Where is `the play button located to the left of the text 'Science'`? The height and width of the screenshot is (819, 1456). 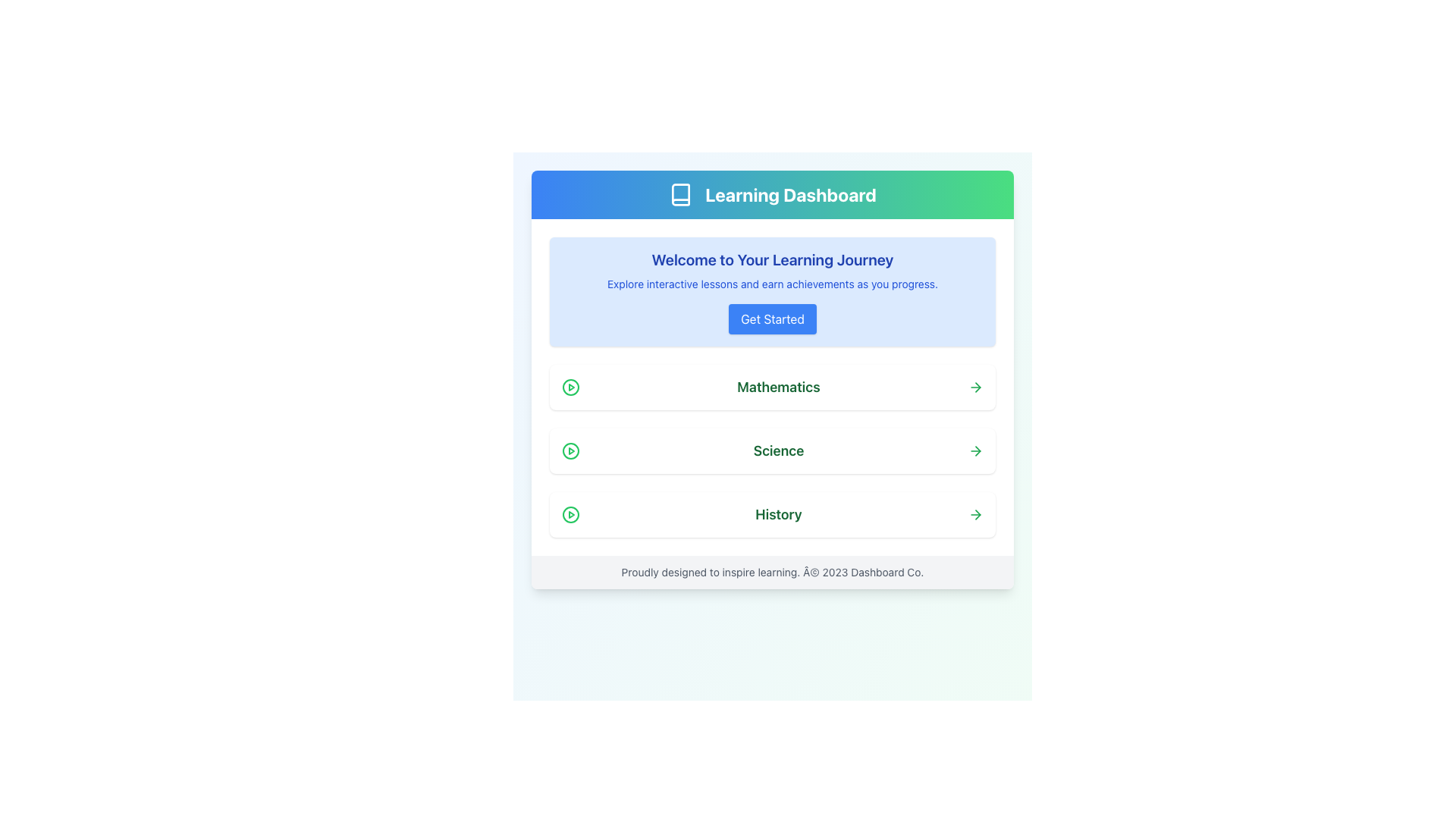
the play button located to the left of the text 'Science' is located at coordinates (570, 450).